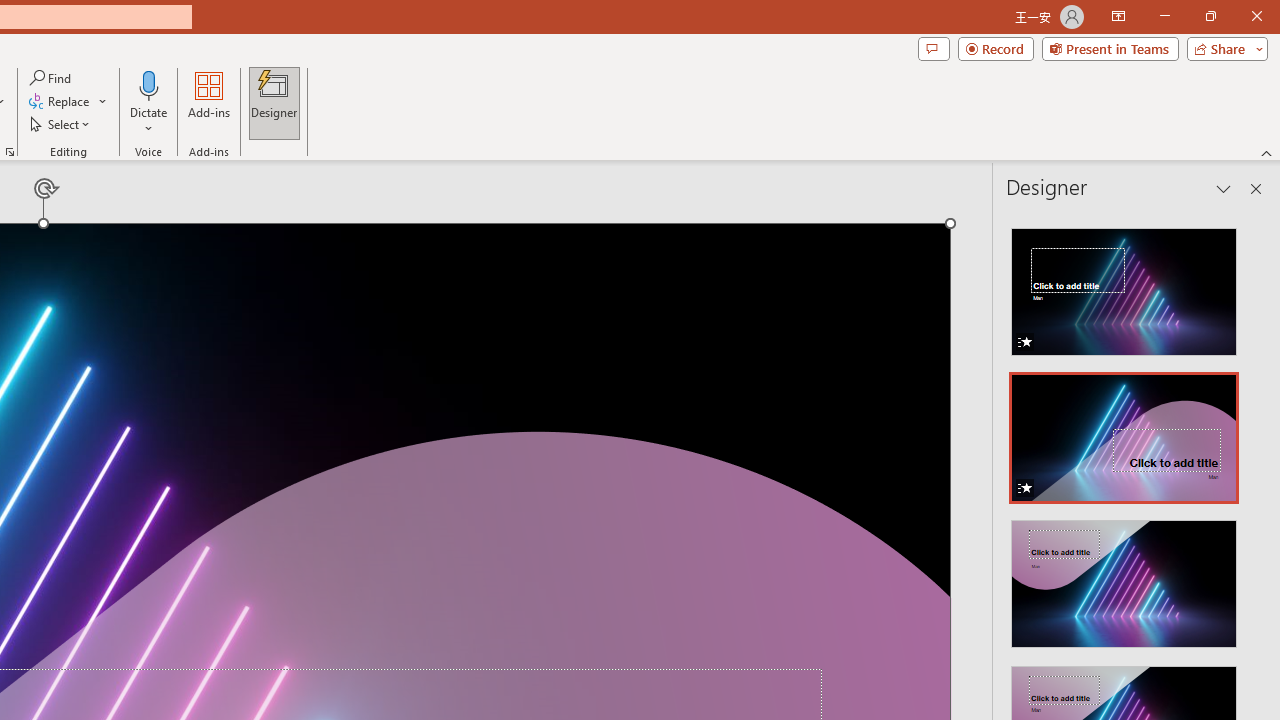 The width and height of the screenshot is (1280, 720). I want to click on 'Dictate', so click(148, 84).